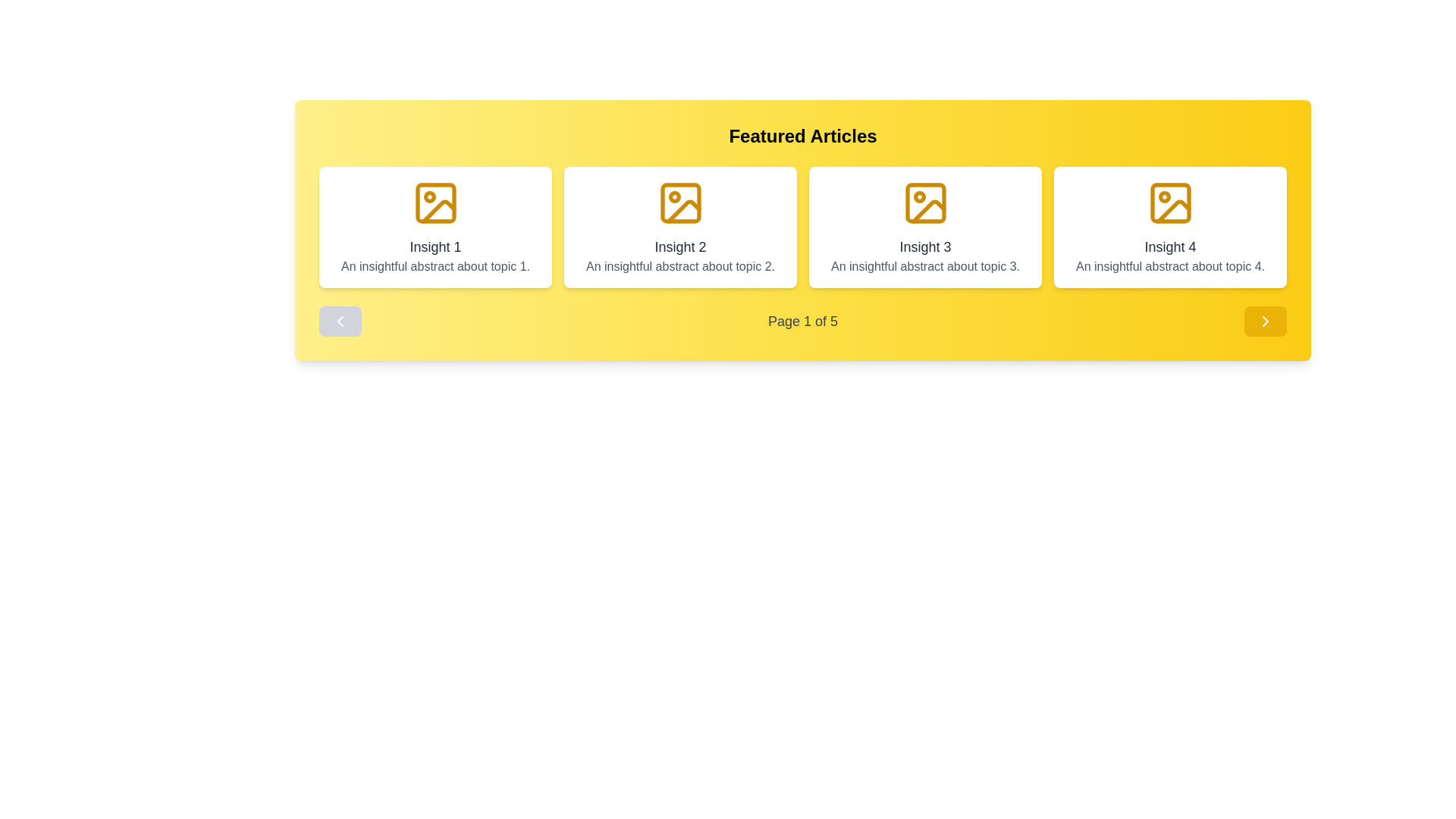  I want to click on the central smaller circle decoration within the 'Insight 3' icon, which is part of a sequence of four similar icons representing insights, so click(918, 196).